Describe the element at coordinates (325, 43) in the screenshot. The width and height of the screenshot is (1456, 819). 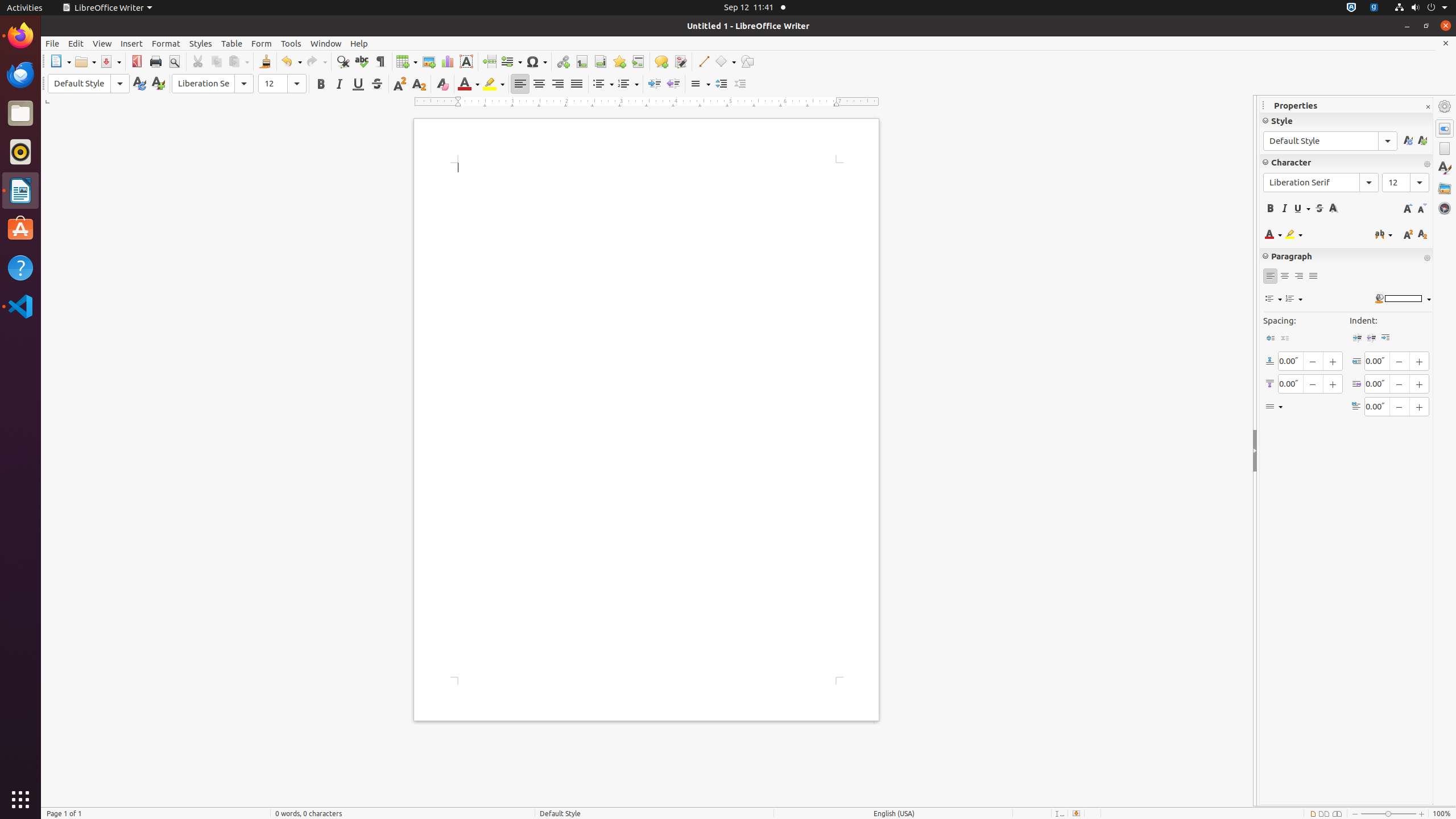
I see `'Window'` at that location.